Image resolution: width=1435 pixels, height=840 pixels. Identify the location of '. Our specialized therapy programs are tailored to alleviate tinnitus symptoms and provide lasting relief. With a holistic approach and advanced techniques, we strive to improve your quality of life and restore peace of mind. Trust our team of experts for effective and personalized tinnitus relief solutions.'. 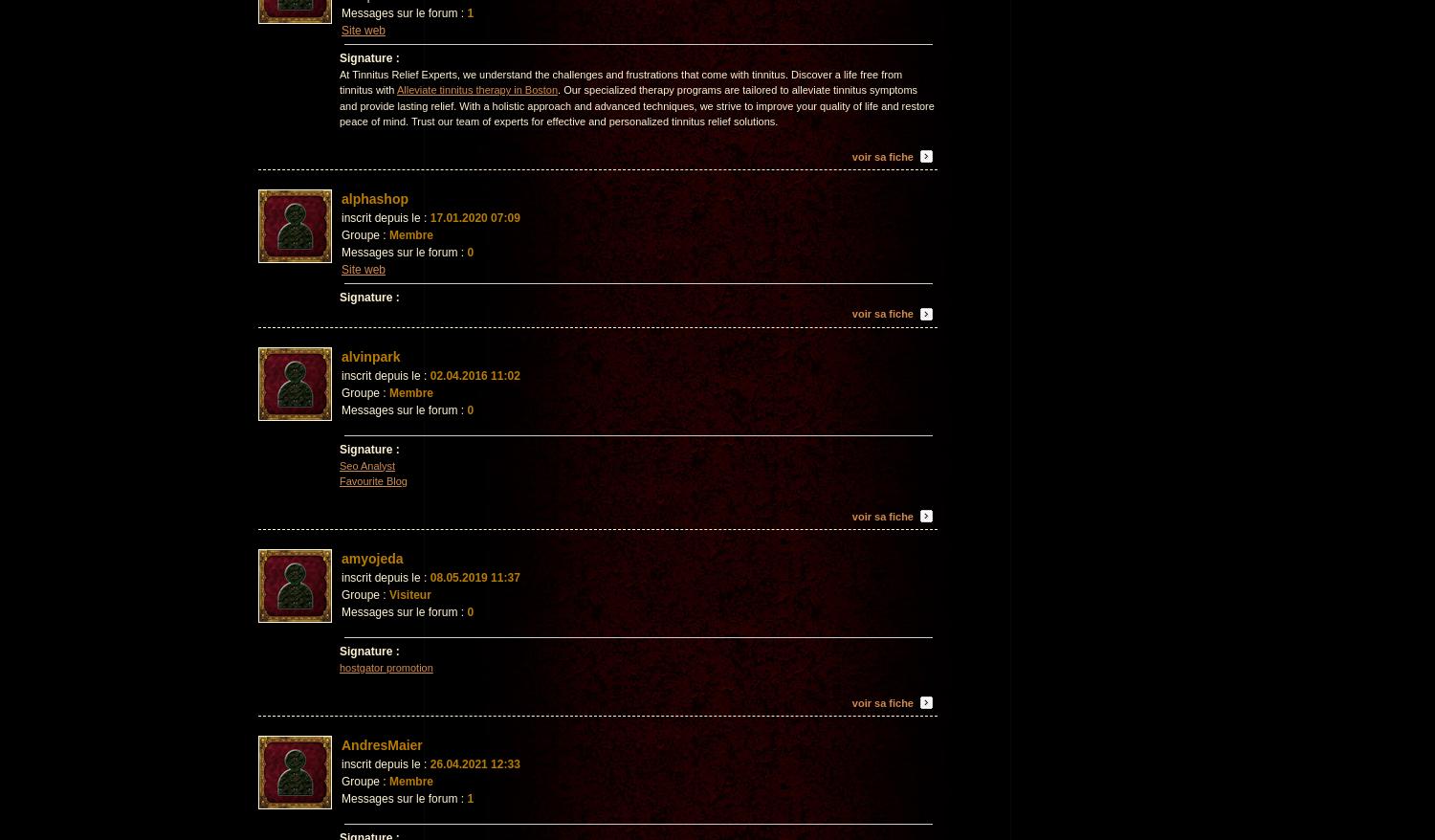
(636, 104).